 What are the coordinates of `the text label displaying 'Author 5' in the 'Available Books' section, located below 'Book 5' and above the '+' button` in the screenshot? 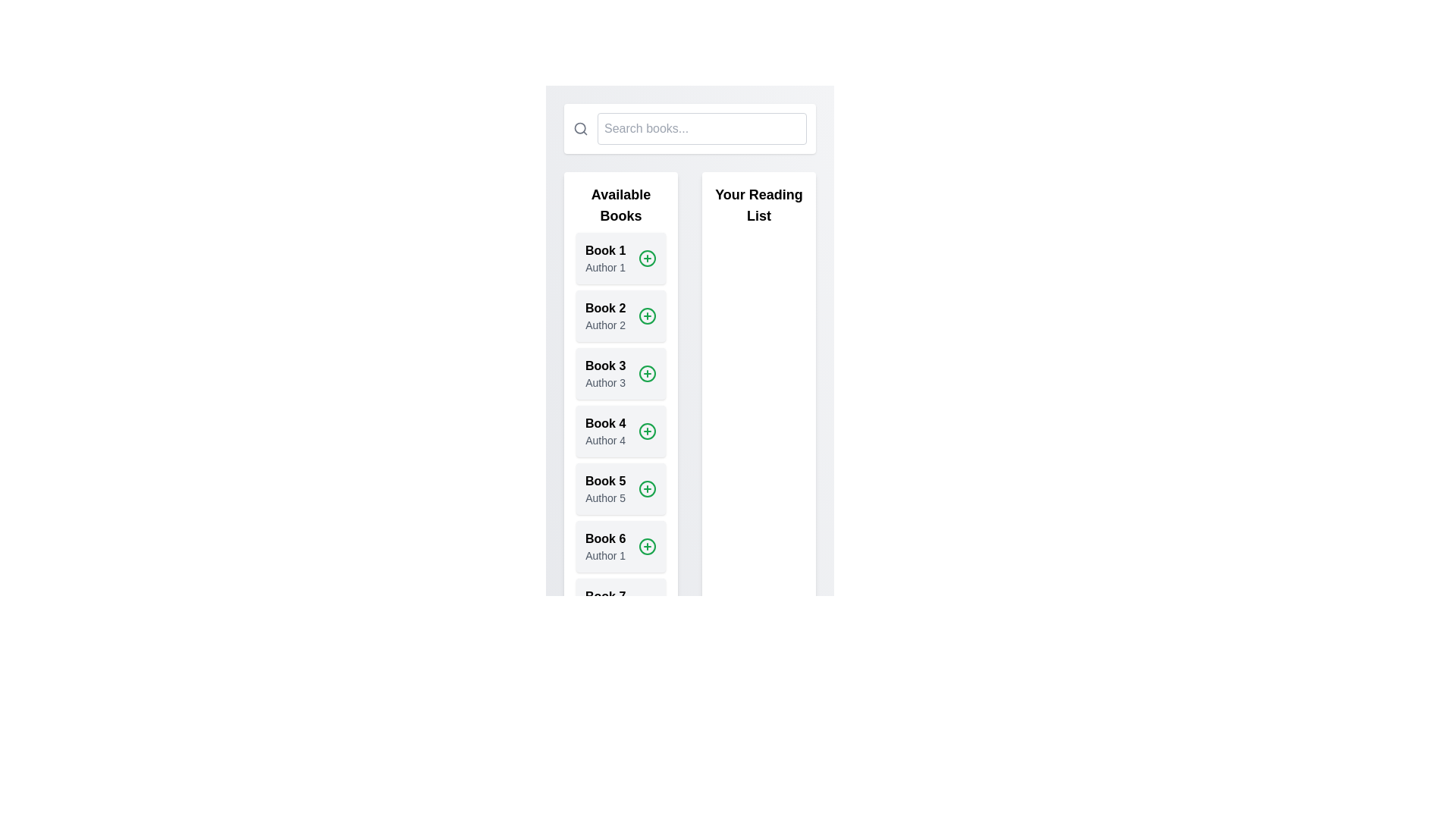 It's located at (604, 497).